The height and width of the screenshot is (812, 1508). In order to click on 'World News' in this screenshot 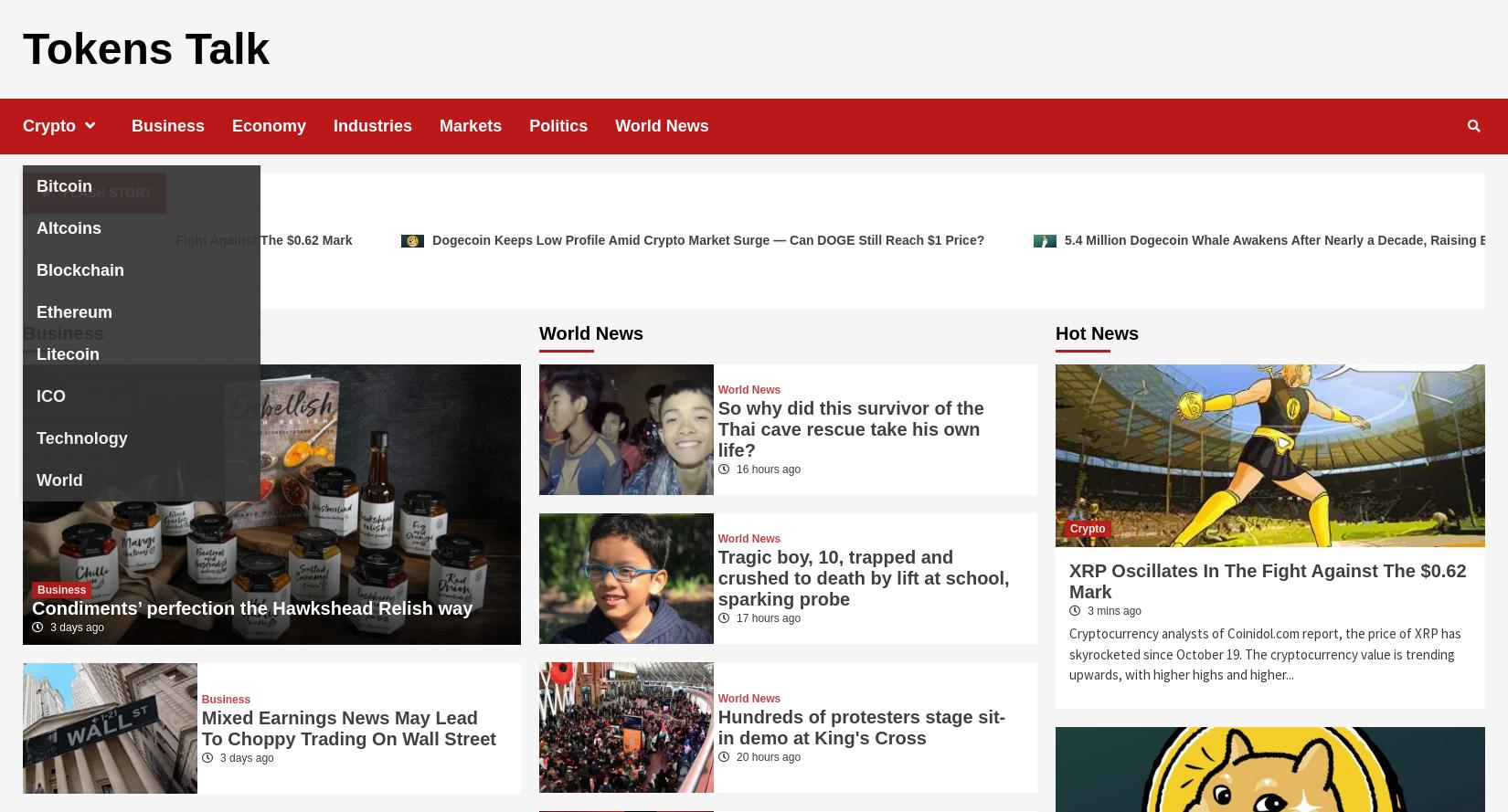, I will do `click(589, 332)`.